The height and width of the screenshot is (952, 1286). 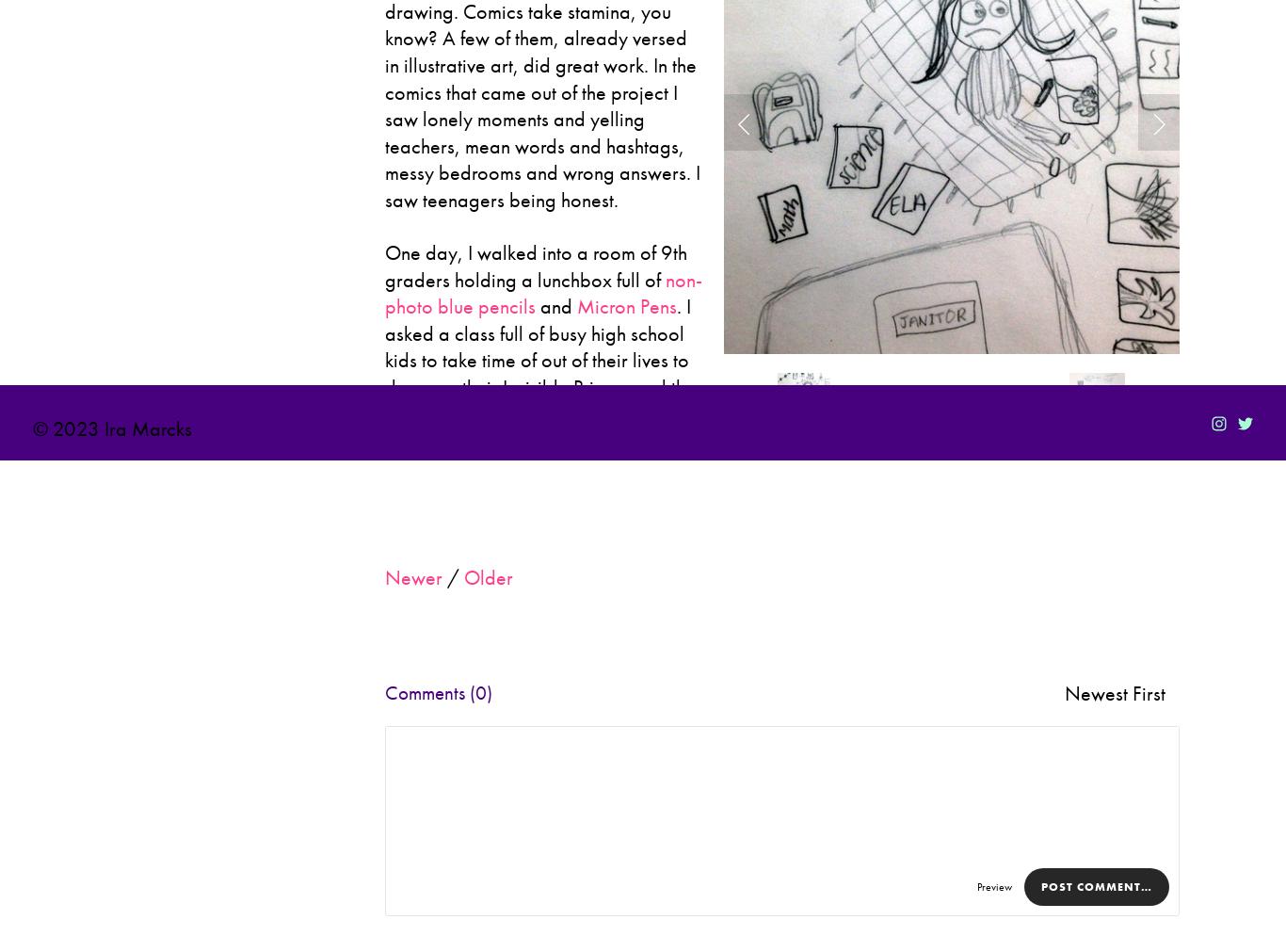 What do you see at coordinates (1038, 887) in the screenshot?
I see `'Post Comment…'` at bounding box center [1038, 887].